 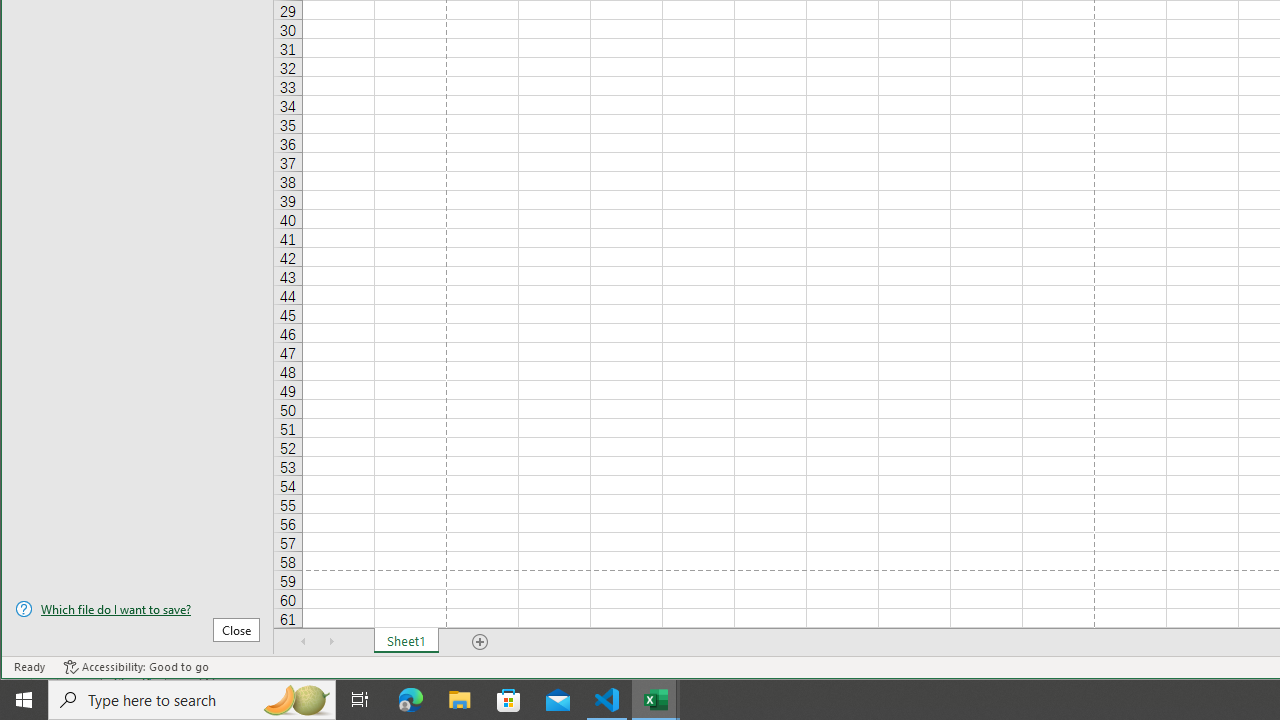 I want to click on 'Visual Studio Code - 1 running window', so click(x=606, y=698).